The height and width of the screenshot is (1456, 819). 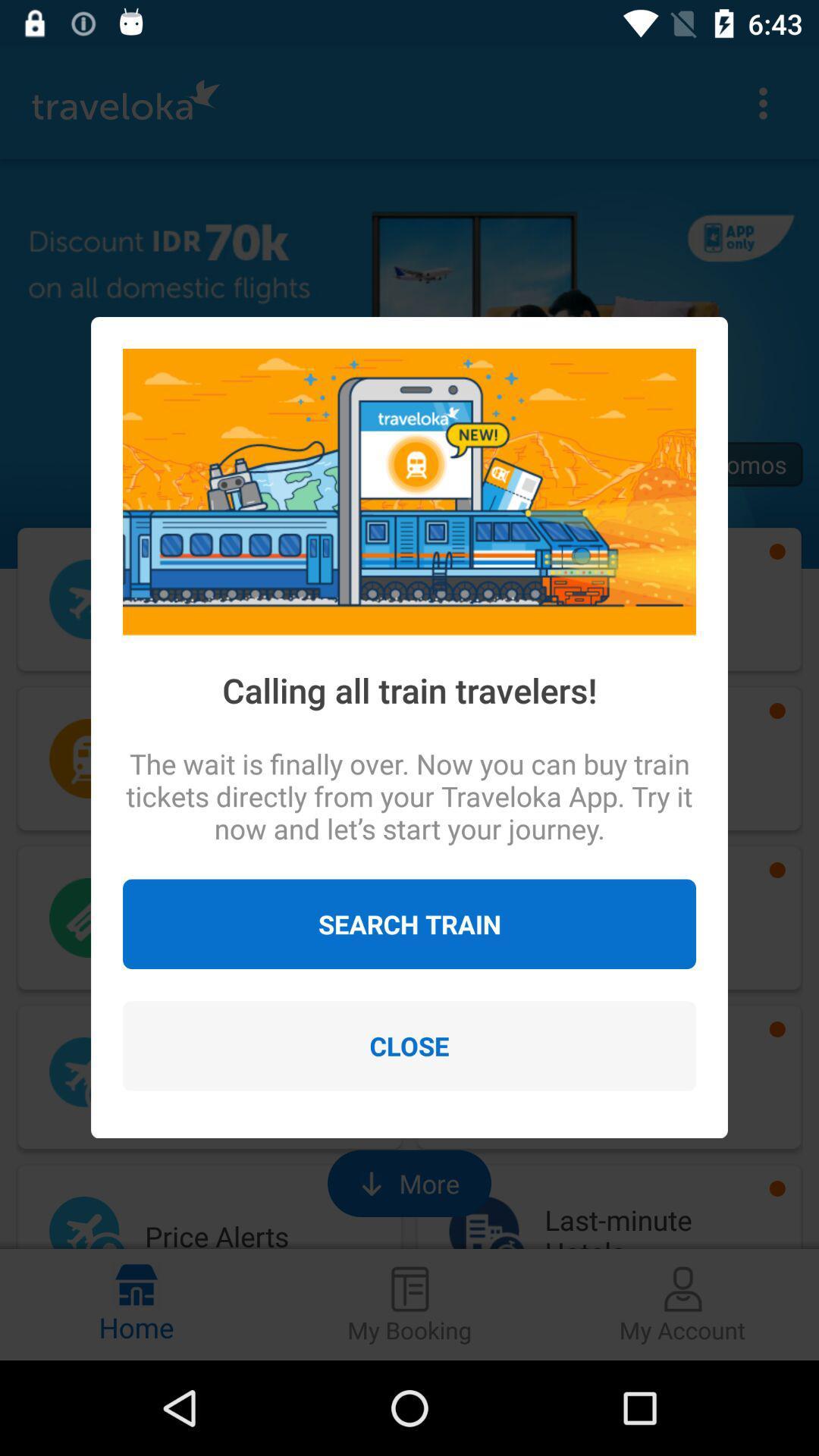 What do you see at coordinates (409, 1045) in the screenshot?
I see `the close icon` at bounding box center [409, 1045].